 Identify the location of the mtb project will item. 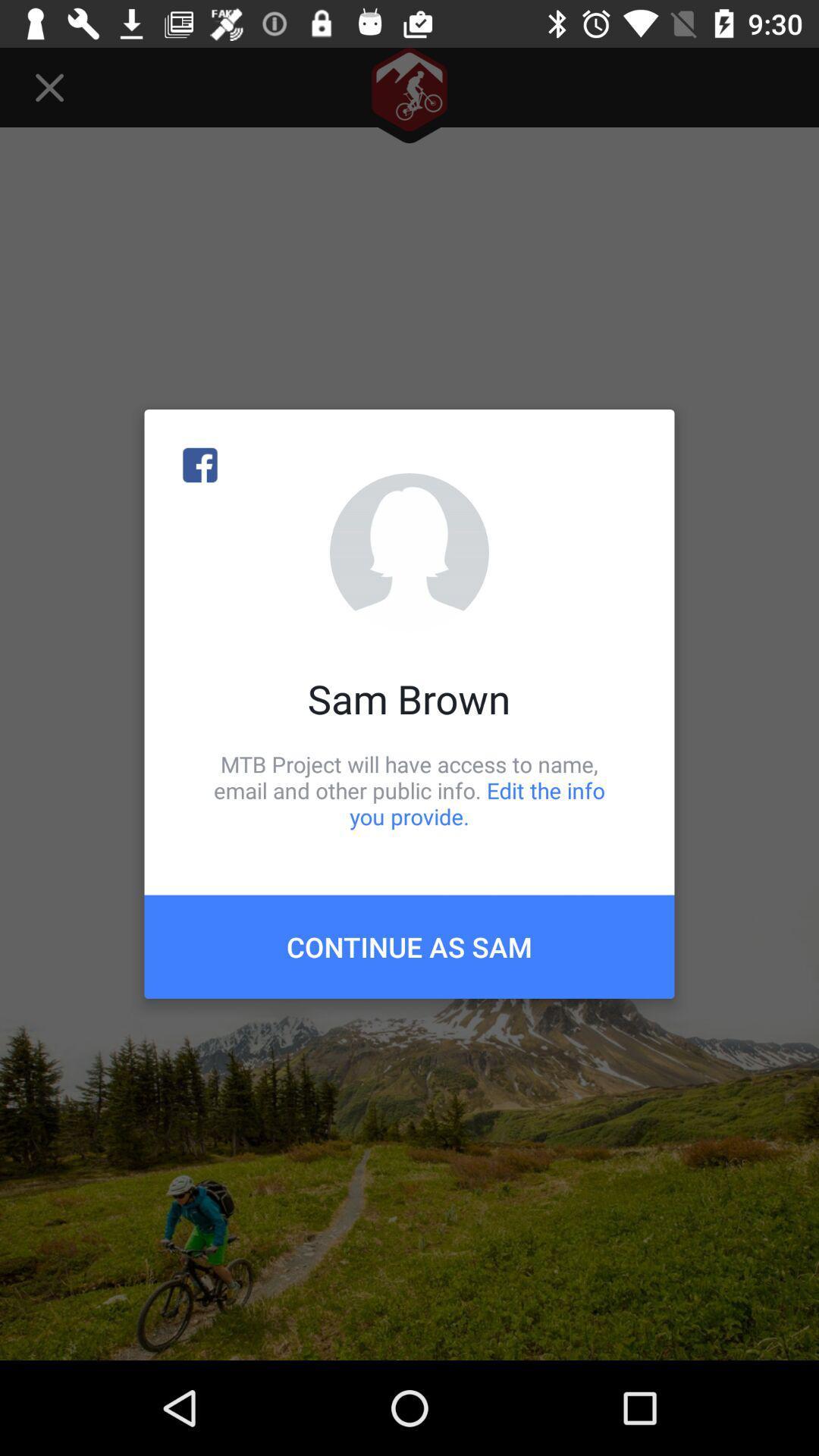
(409, 789).